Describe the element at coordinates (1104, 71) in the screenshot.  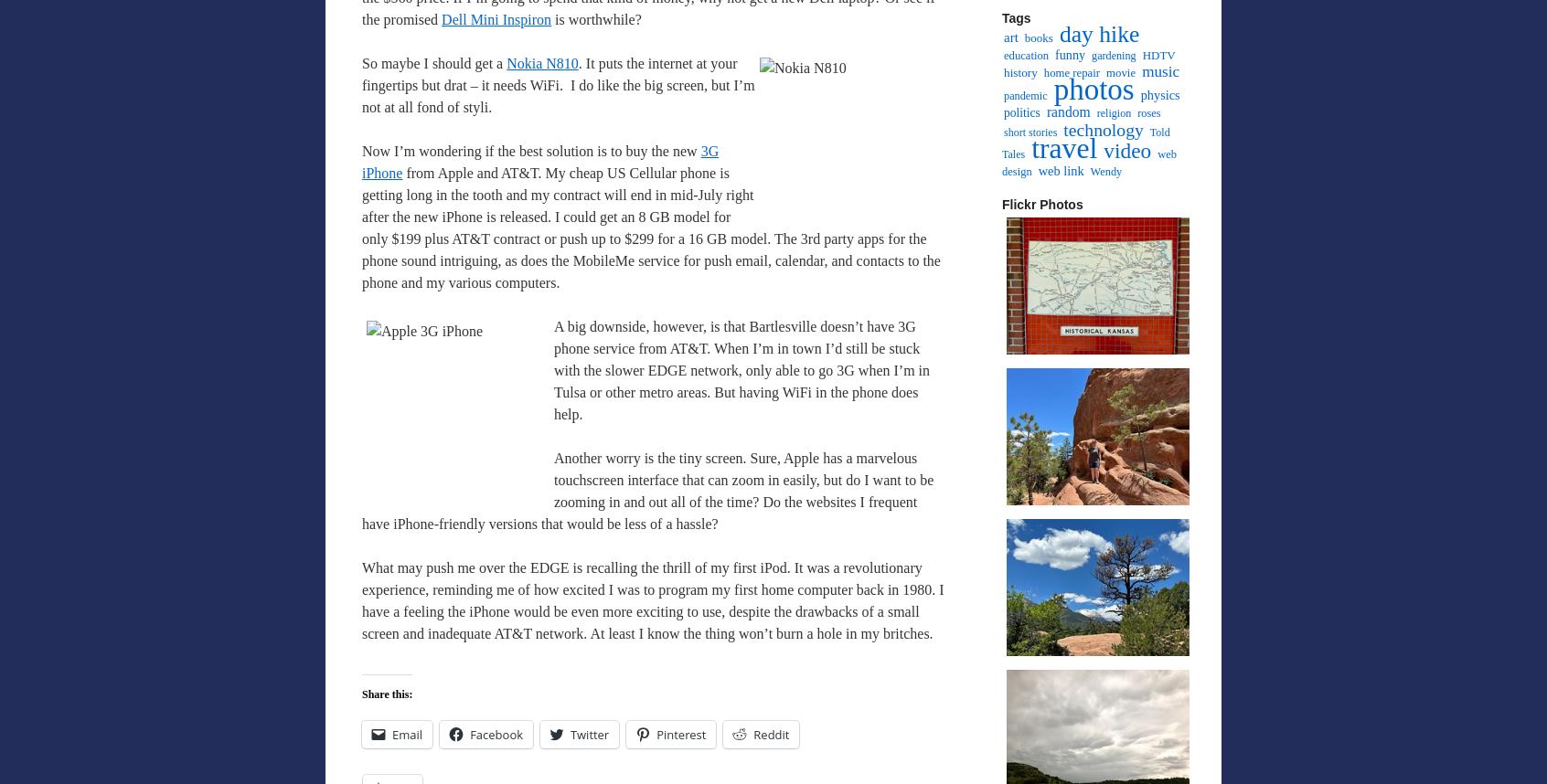
I see `'movie'` at that location.